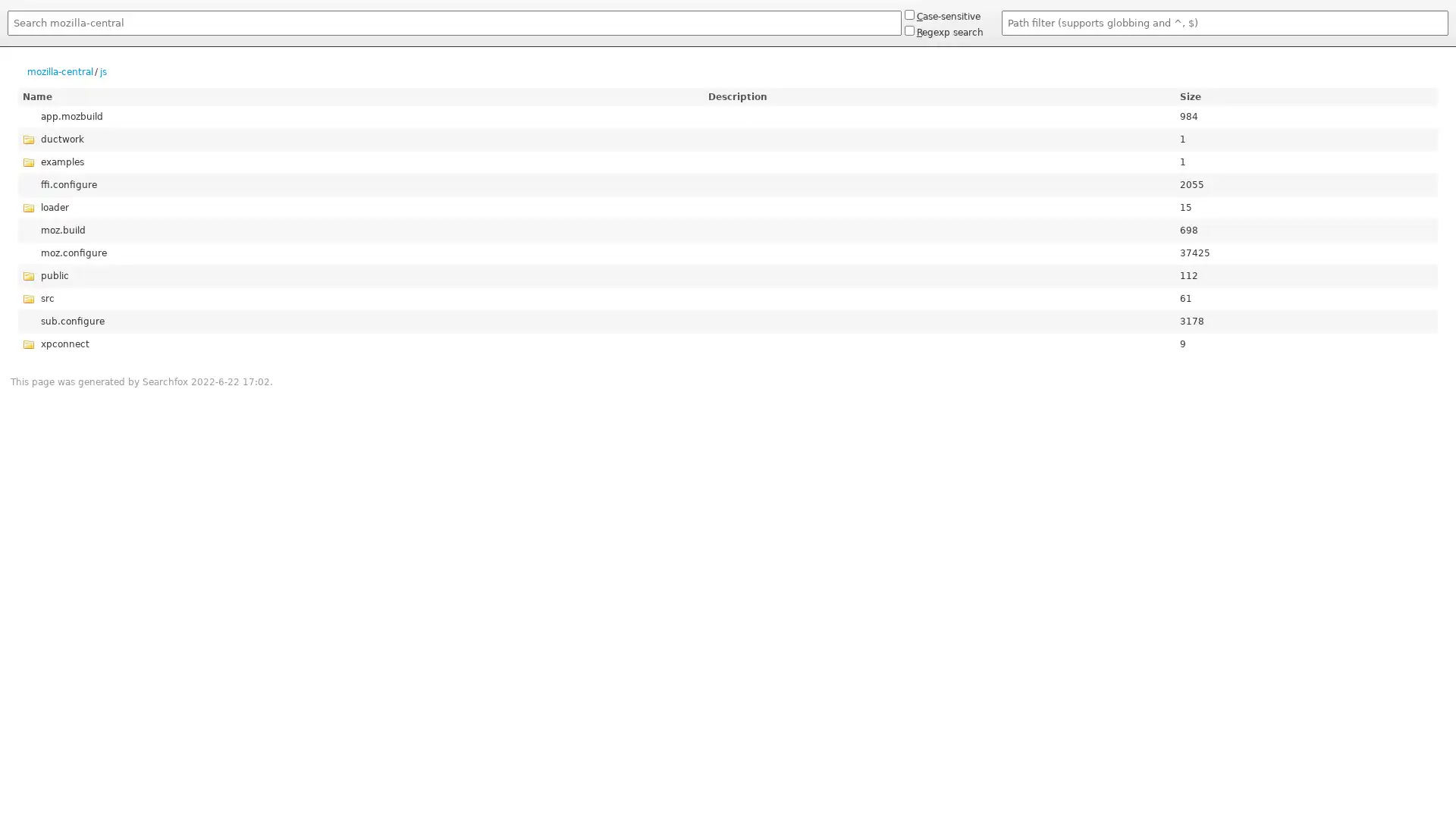 This screenshot has width=1456, height=819. I want to click on Search, so click(7, 38).